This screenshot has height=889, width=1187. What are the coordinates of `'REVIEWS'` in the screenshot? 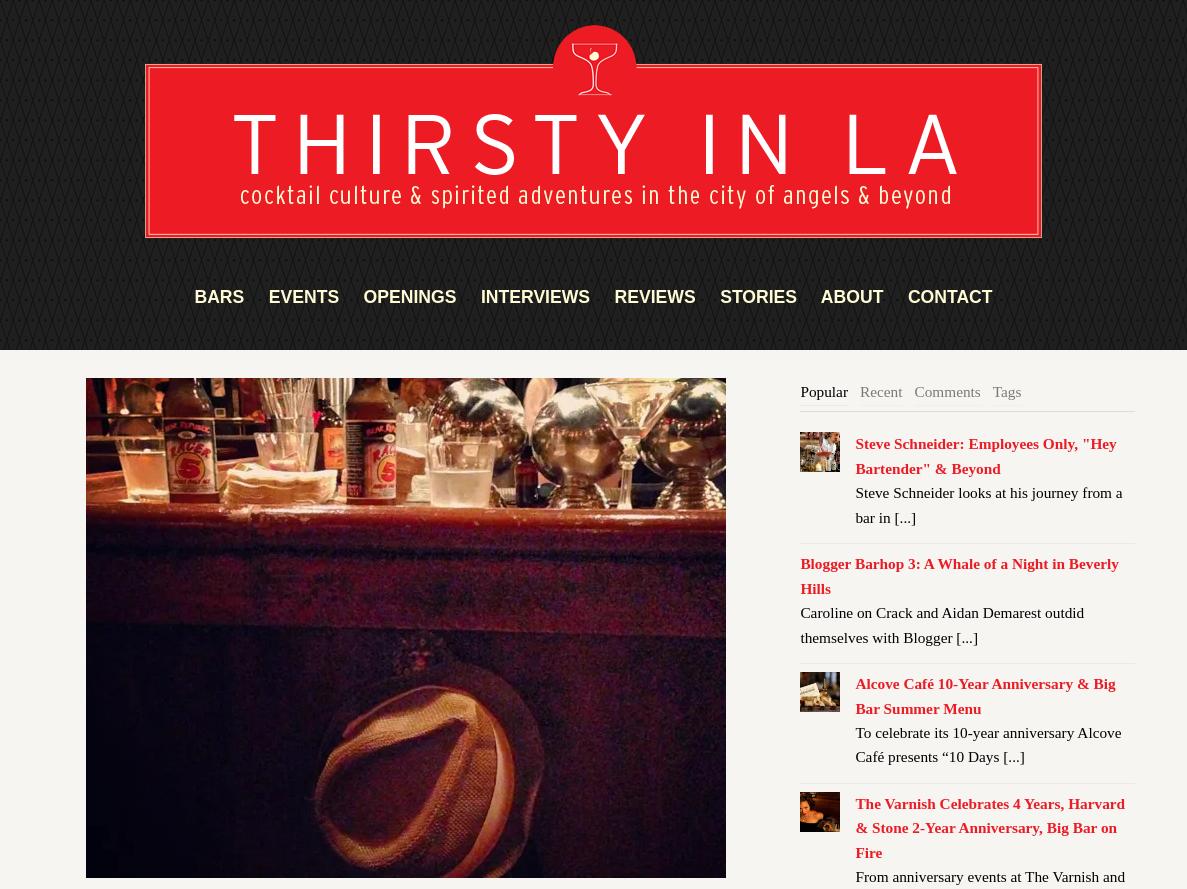 It's located at (653, 296).